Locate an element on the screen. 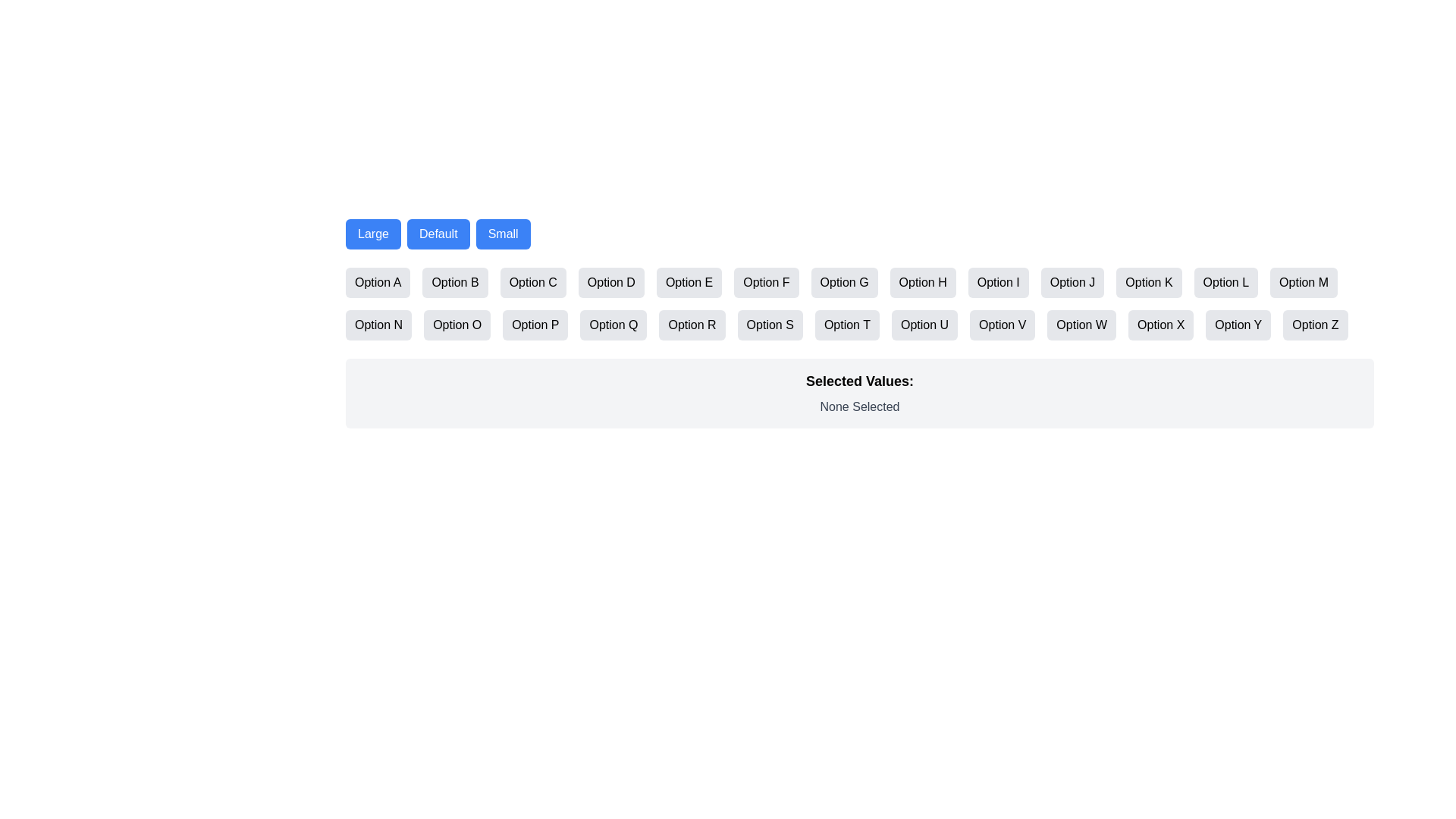  the rectangular button with a light gray background and the text 'Option X' centered in black font is located at coordinates (1160, 324).